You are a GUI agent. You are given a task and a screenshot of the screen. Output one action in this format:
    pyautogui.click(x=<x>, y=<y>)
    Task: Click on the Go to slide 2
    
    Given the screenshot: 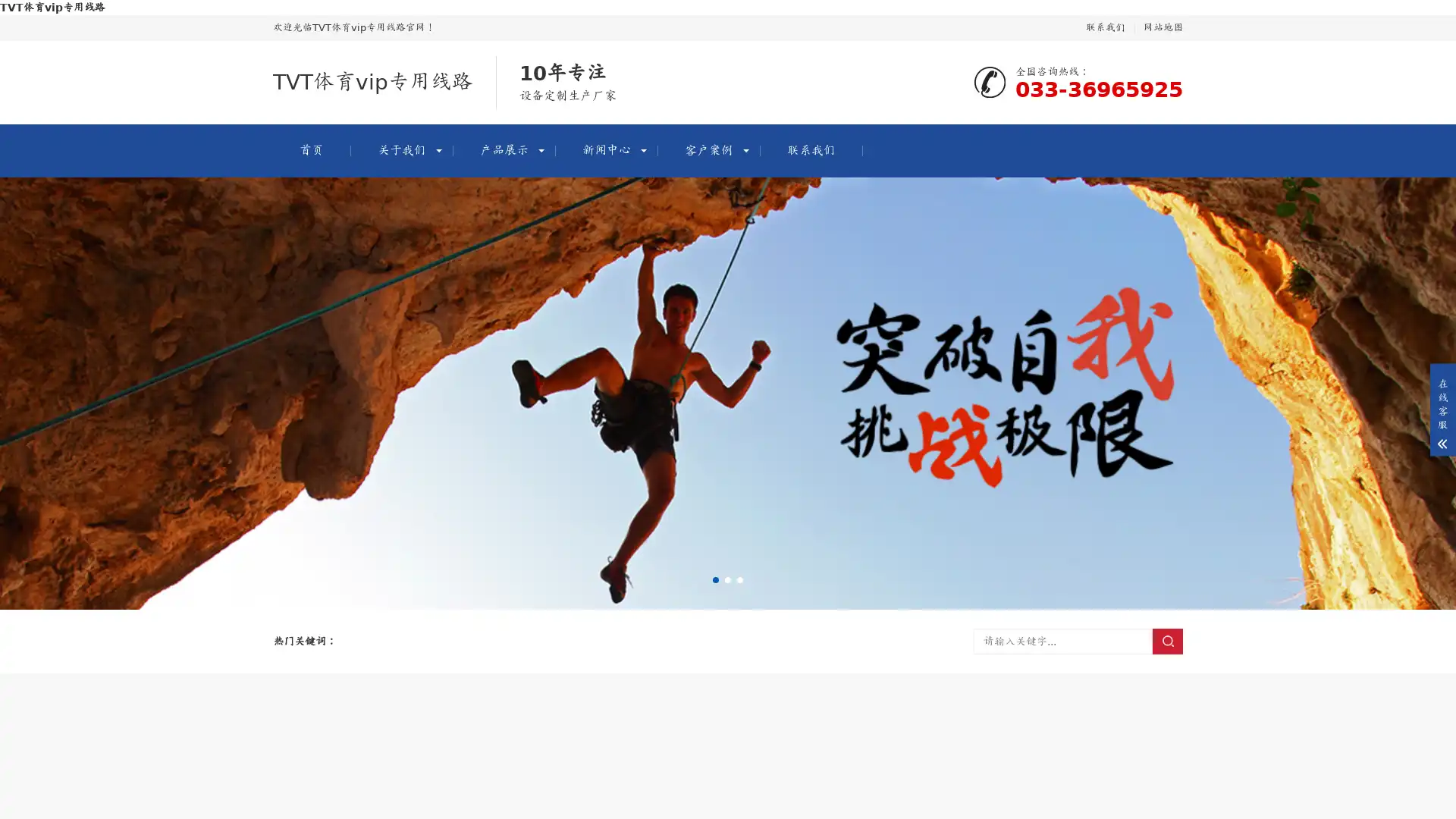 What is the action you would take?
    pyautogui.click(x=728, y=579)
    